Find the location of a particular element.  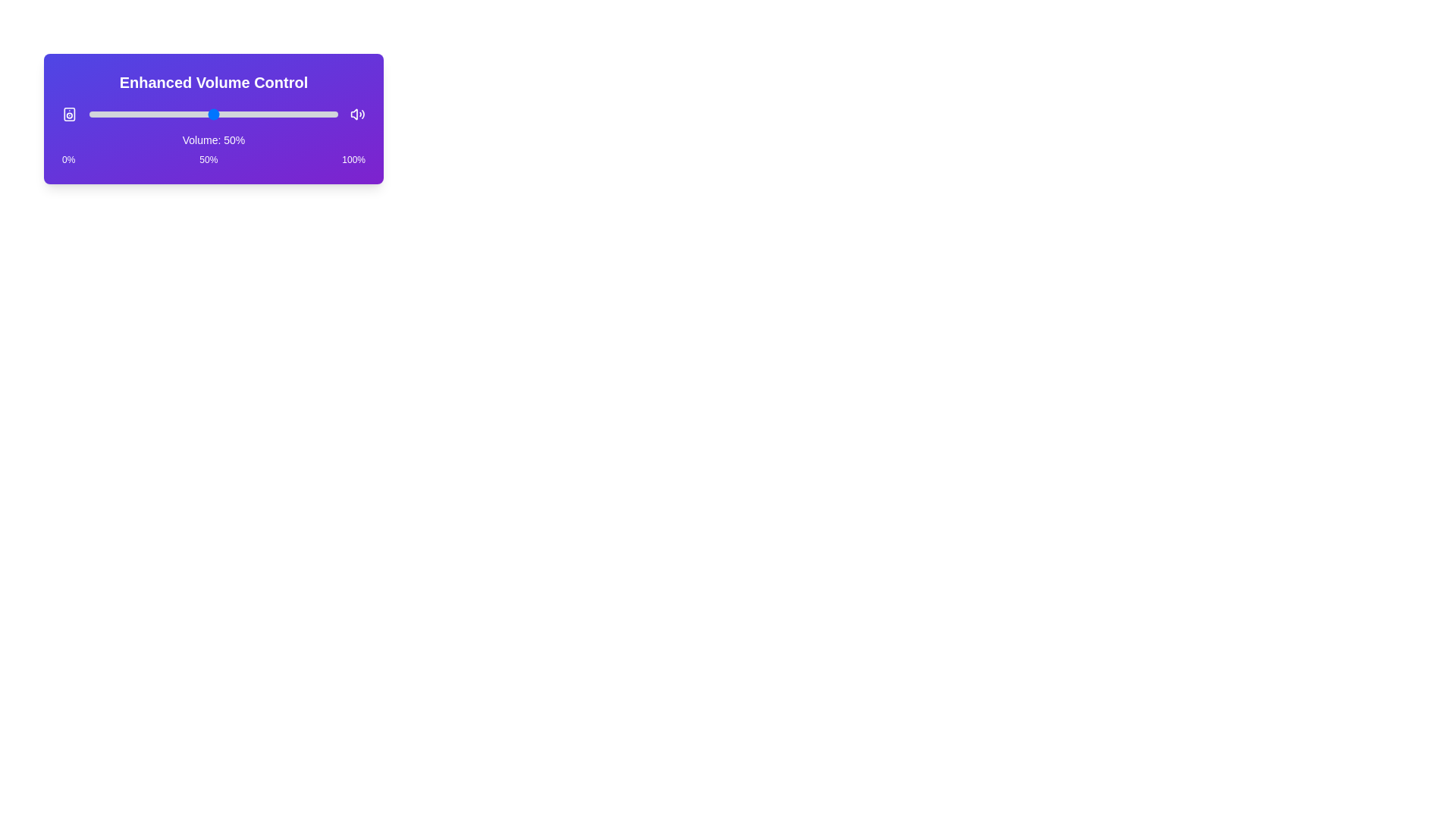

the volume slider to set the volume to 15% is located at coordinates (127, 113).